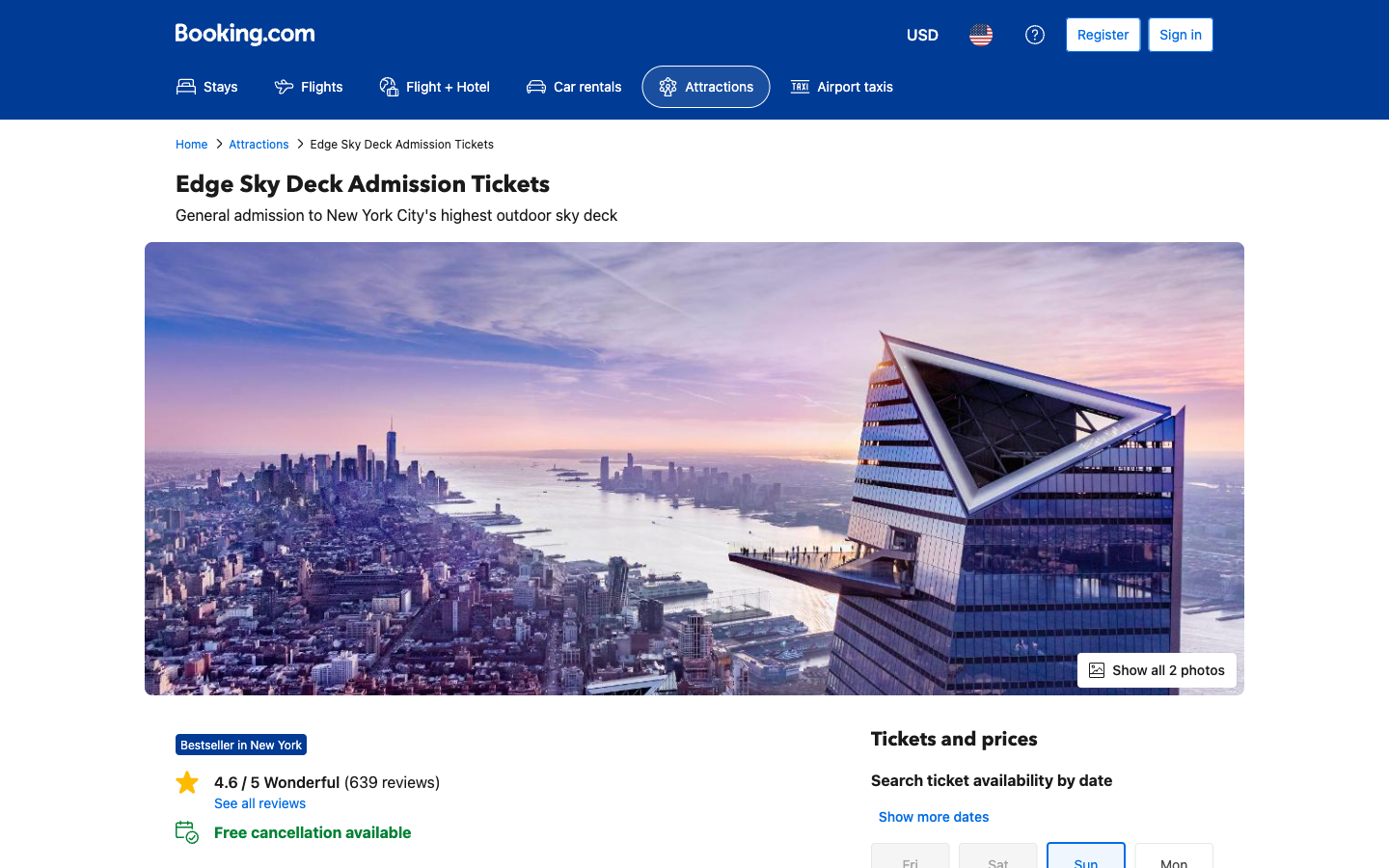 The height and width of the screenshot is (868, 1389). What do you see at coordinates (840, 86) in the screenshot?
I see `taxi services for airports` at bounding box center [840, 86].